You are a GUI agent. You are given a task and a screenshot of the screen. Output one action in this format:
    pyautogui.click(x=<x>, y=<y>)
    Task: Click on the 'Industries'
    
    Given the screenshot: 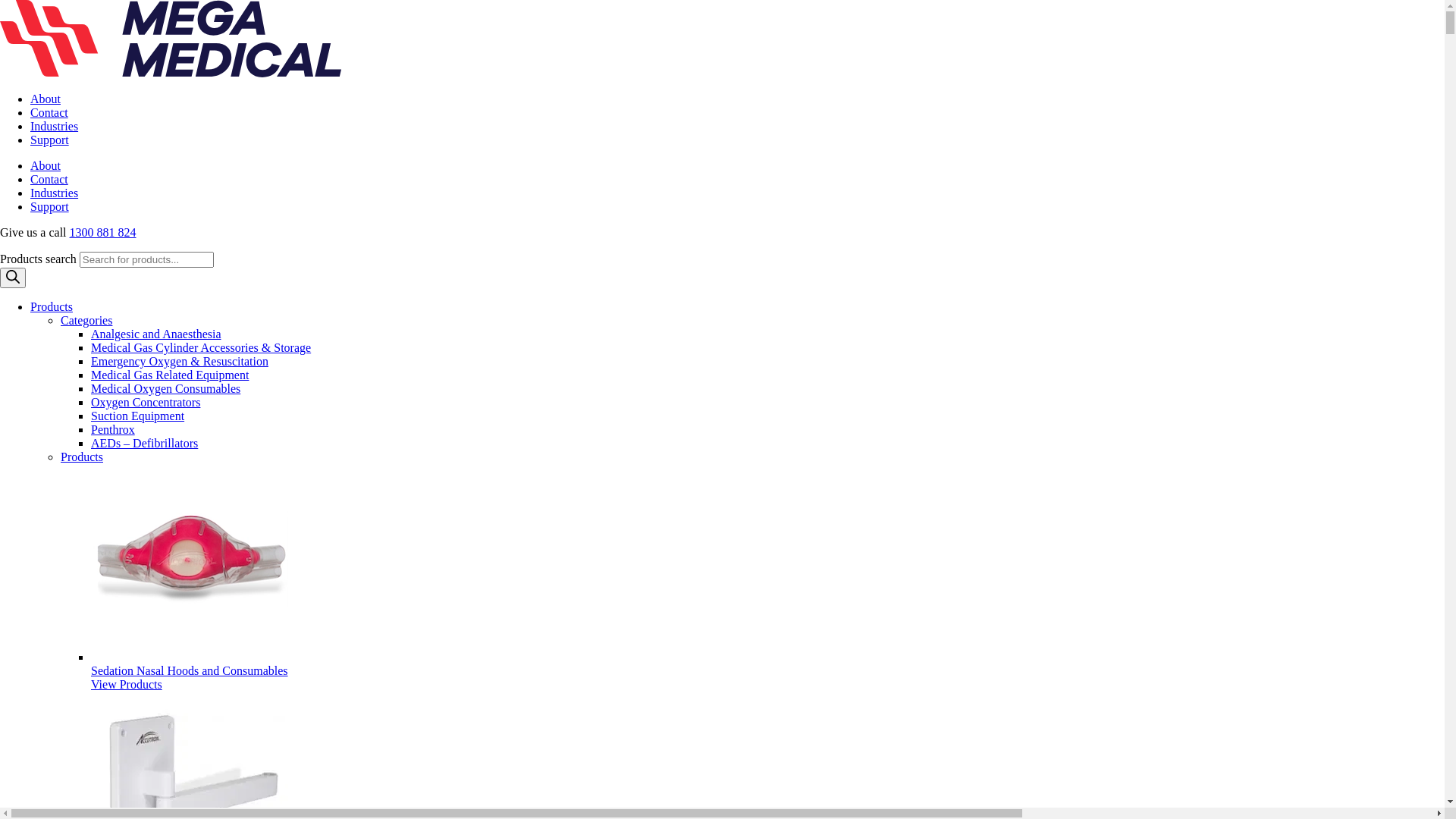 What is the action you would take?
    pyautogui.click(x=54, y=125)
    